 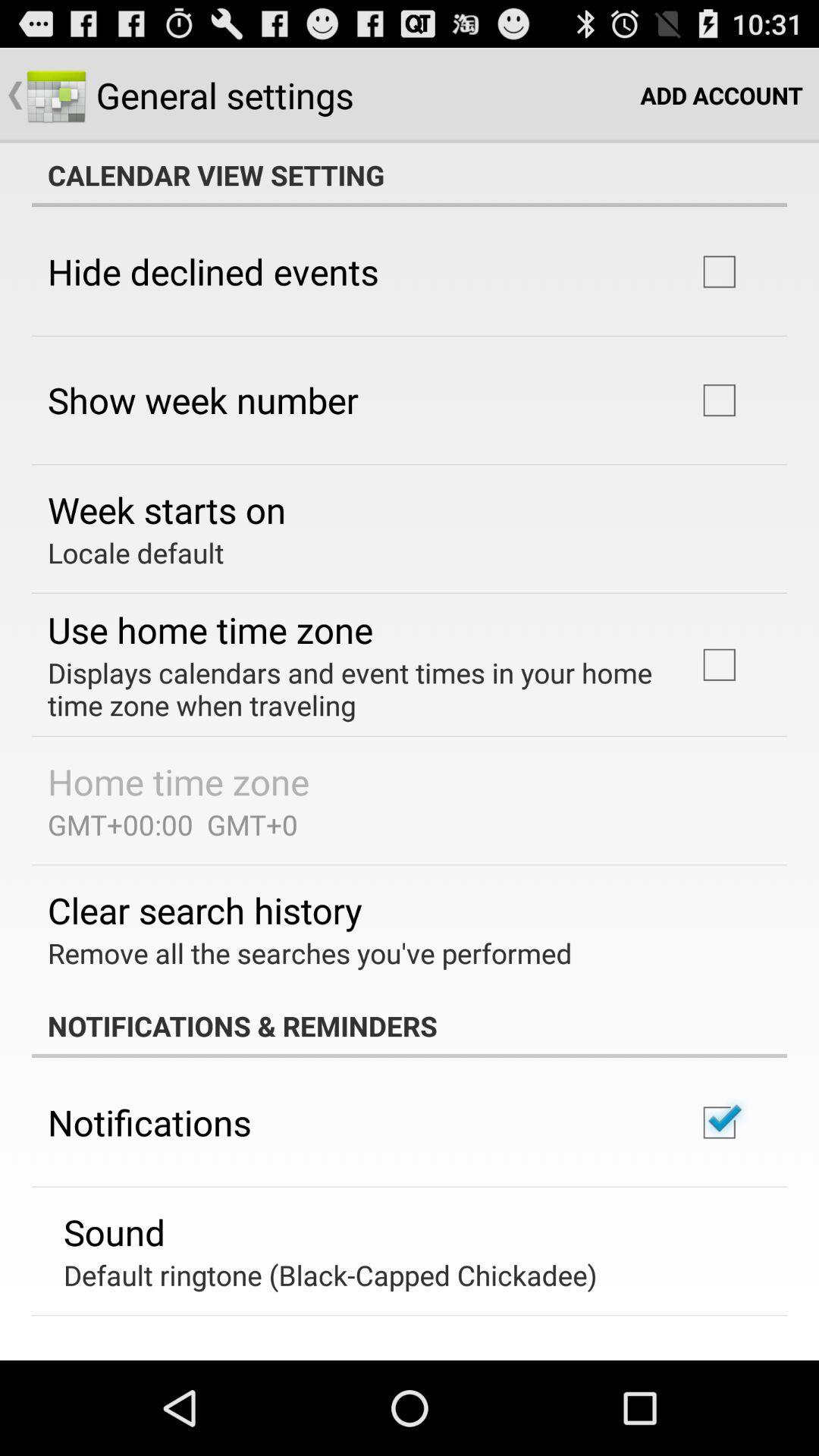 What do you see at coordinates (409, 1026) in the screenshot?
I see `app below the remove all the app` at bounding box center [409, 1026].